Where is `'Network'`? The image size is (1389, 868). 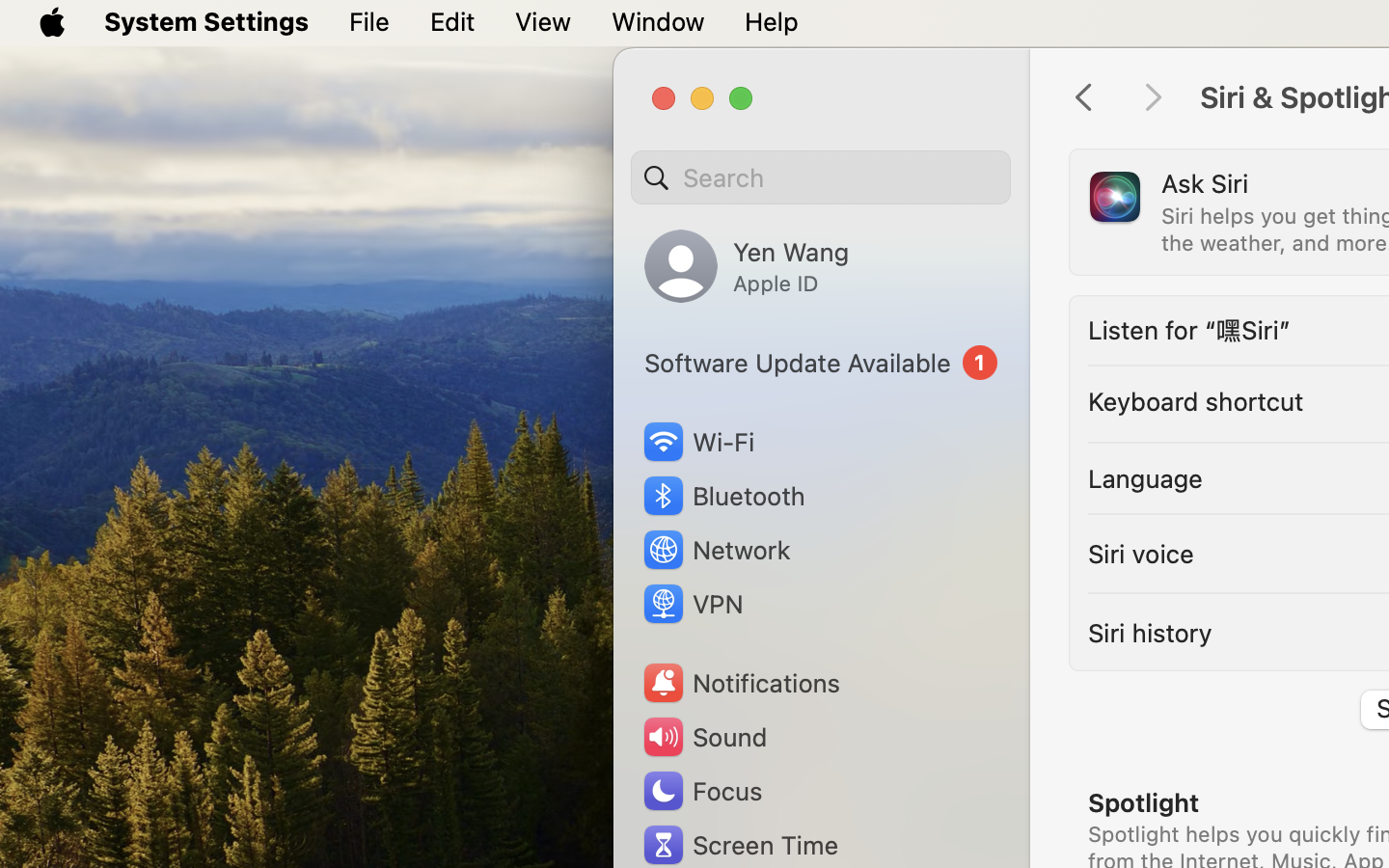 'Network' is located at coordinates (715, 549).